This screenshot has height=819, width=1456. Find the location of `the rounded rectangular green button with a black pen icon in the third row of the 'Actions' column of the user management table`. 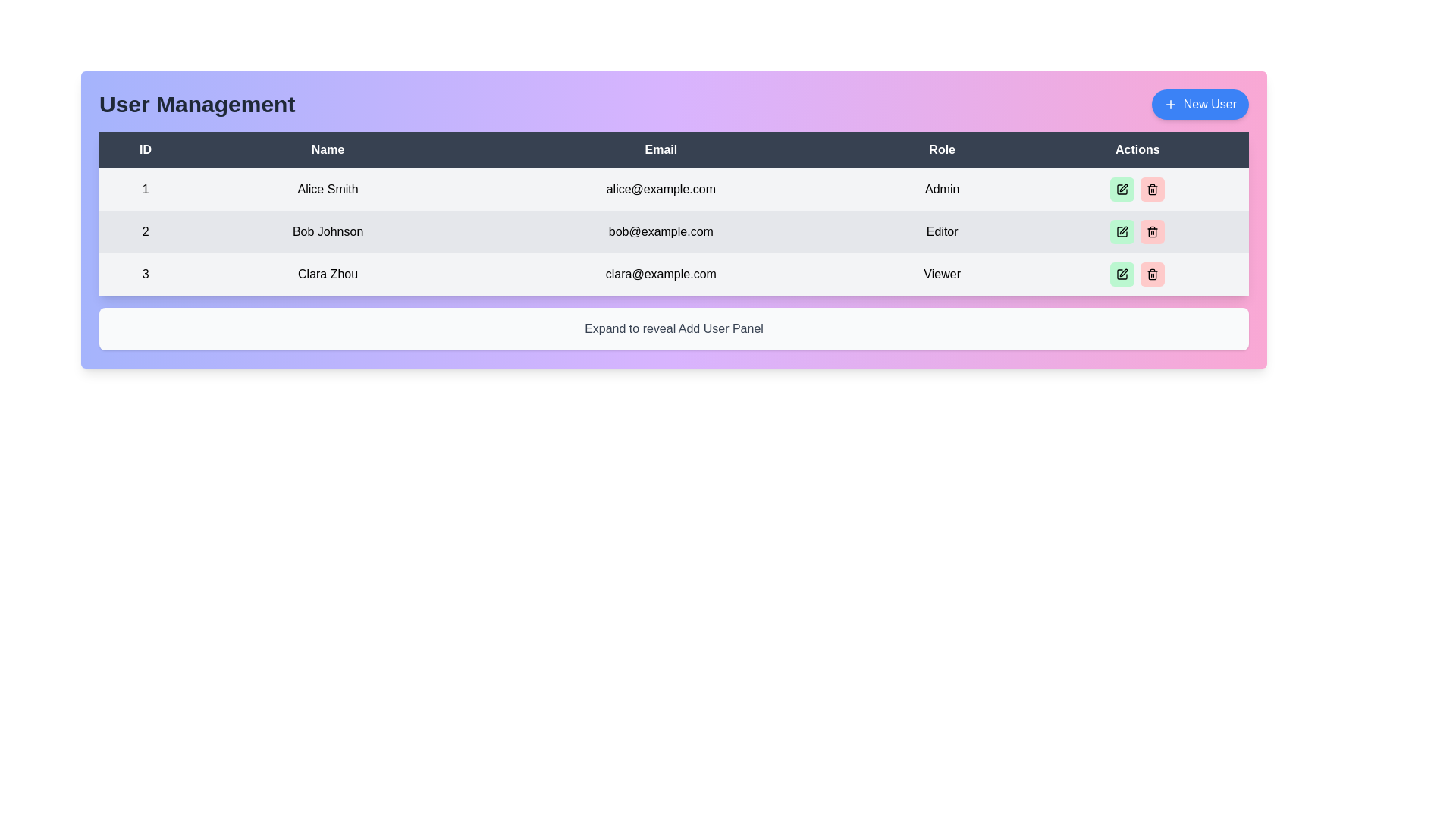

the rounded rectangular green button with a black pen icon in the third row of the 'Actions' column of the user management table is located at coordinates (1122, 275).